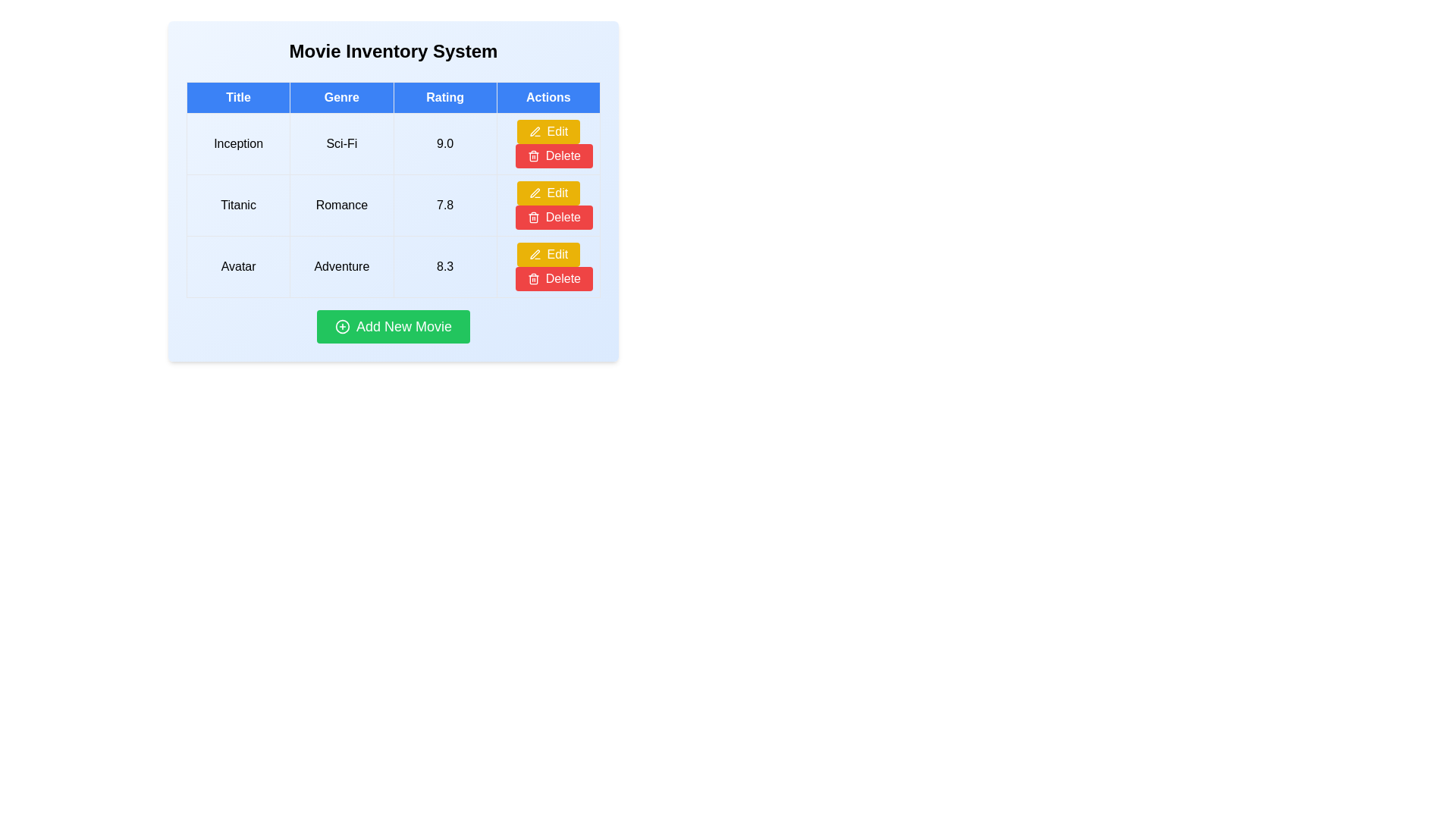  What do you see at coordinates (533, 155) in the screenshot?
I see `the 'Delete' icon located in the 'Actions' column of the third row of the table` at bounding box center [533, 155].